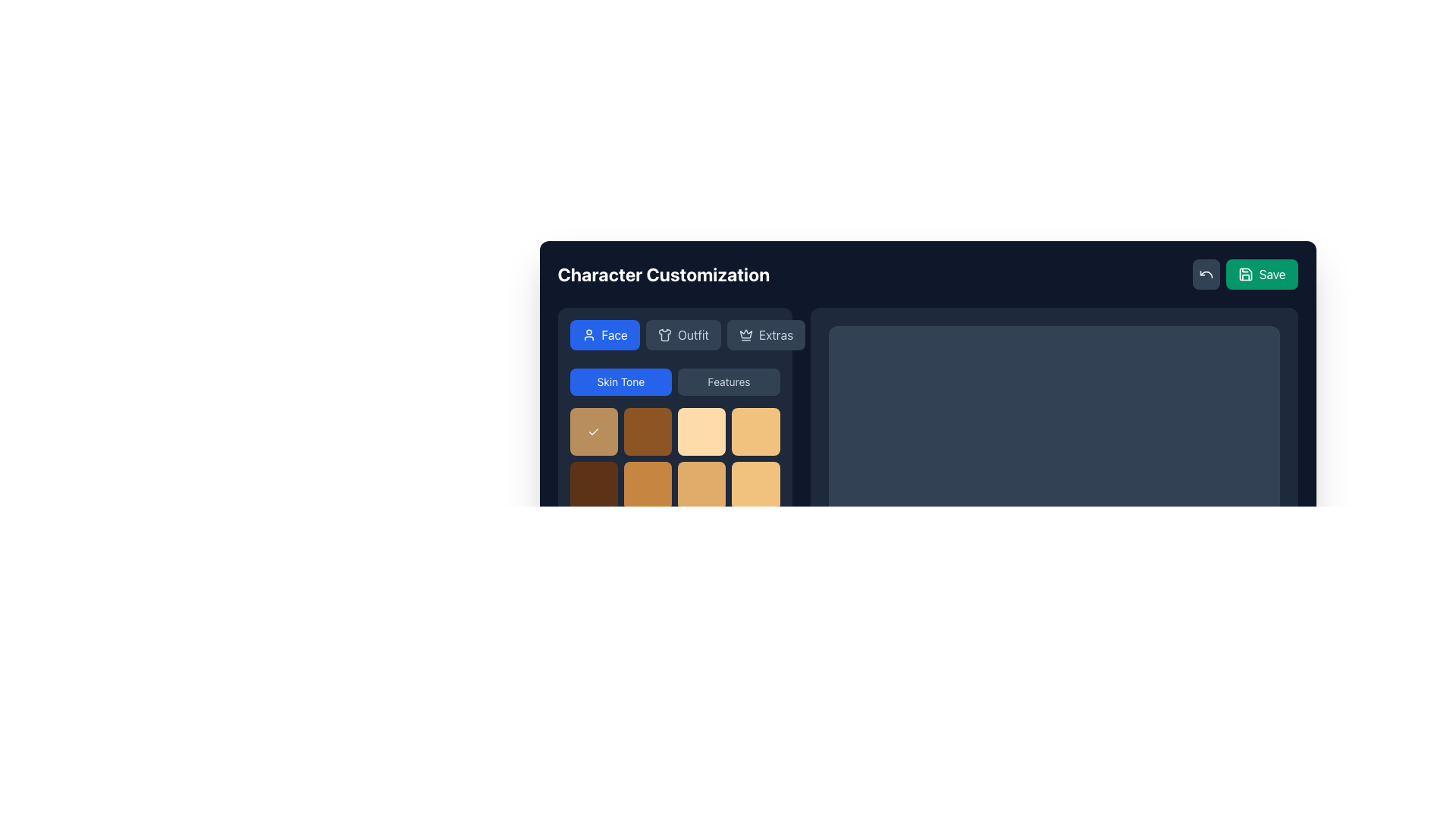 The height and width of the screenshot is (819, 1456). I want to click on the navigation bar with selectable buttons located directly below the 'Character Customization' header to navigate, so click(674, 334).